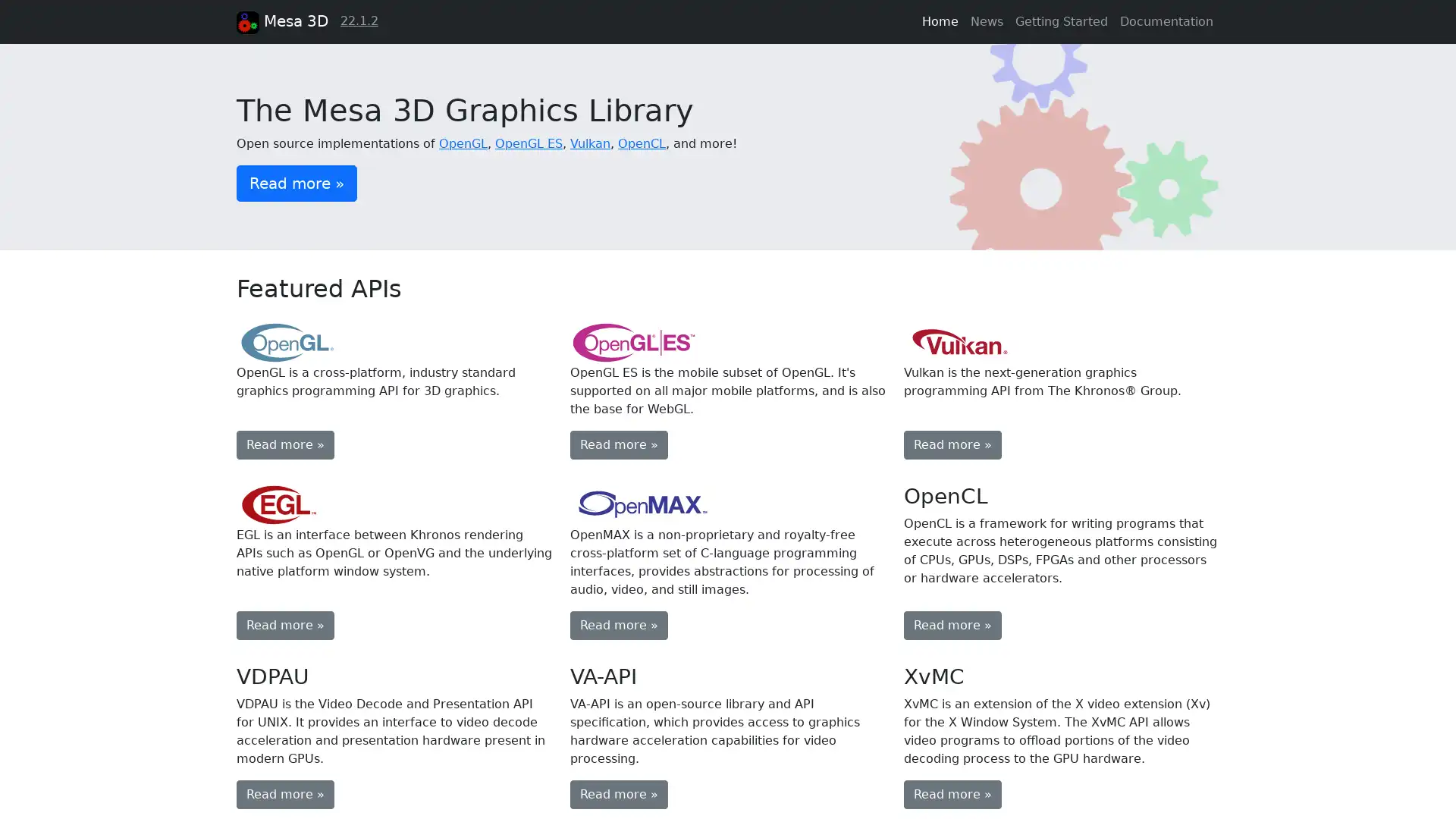  Describe the element at coordinates (285, 625) in the screenshot. I see `Read more` at that location.